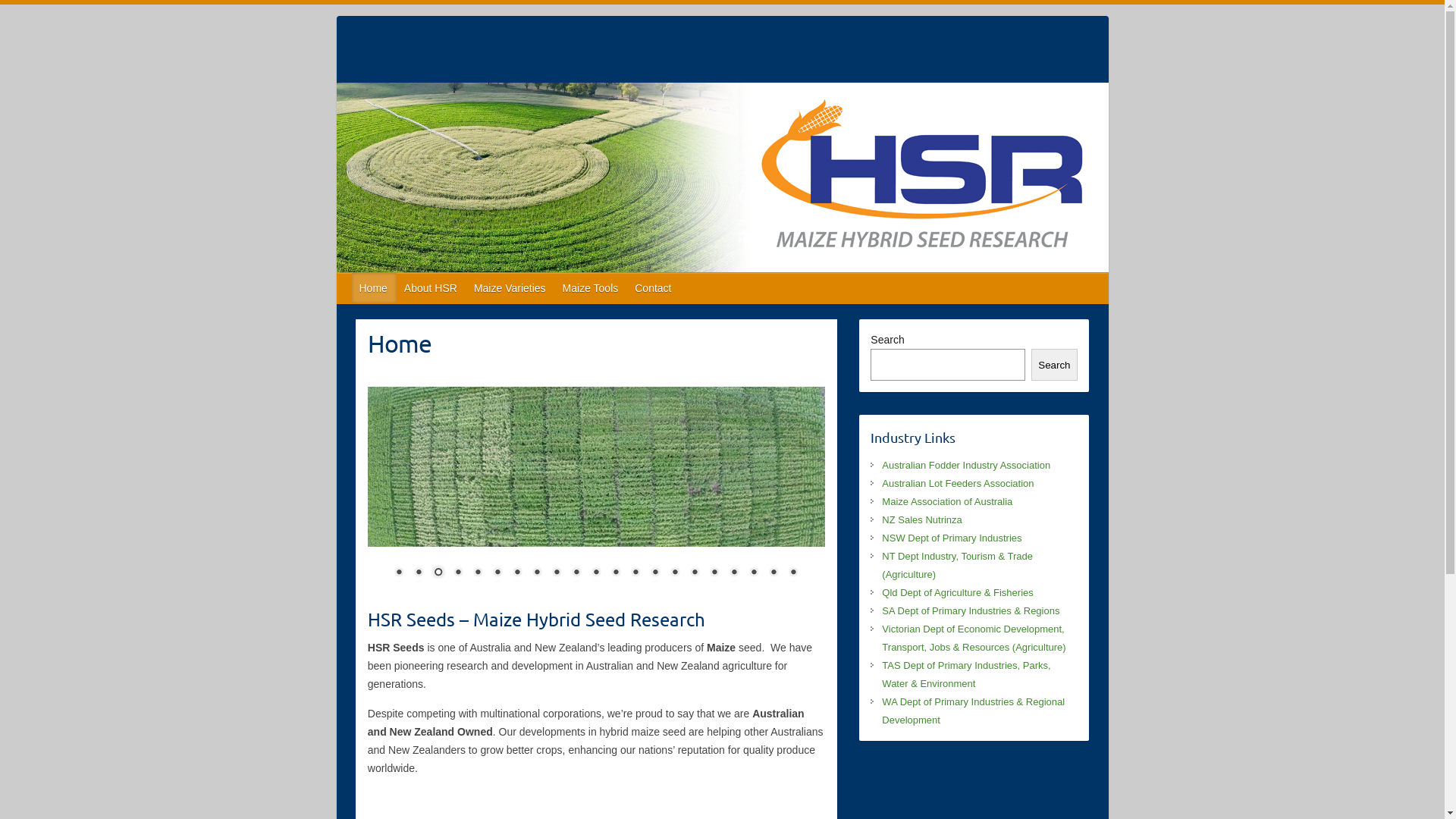 The height and width of the screenshot is (819, 1456). Describe the element at coordinates (615, 573) in the screenshot. I see `'12'` at that location.